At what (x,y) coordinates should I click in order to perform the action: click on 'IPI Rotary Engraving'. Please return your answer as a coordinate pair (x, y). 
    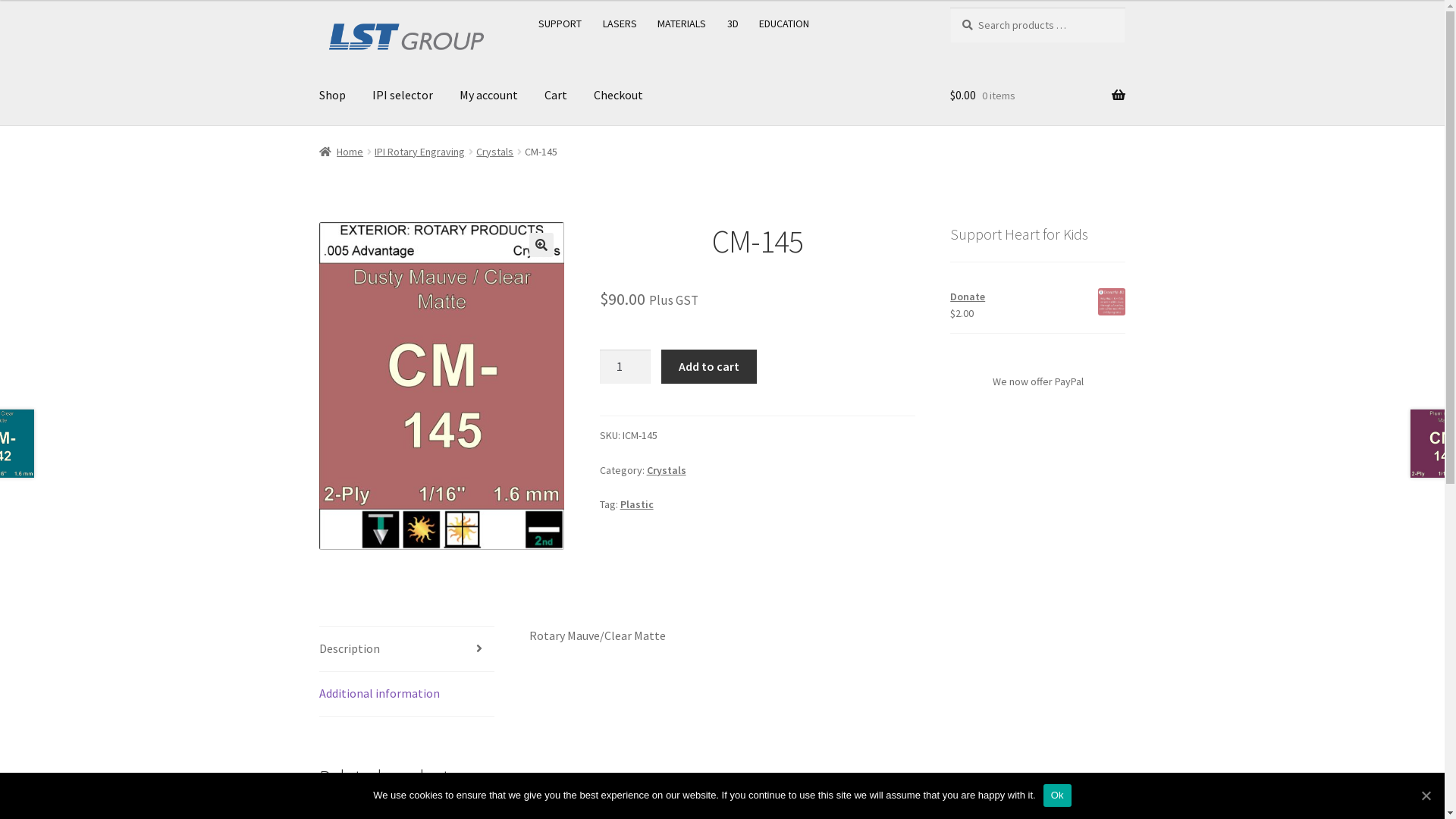
    Looking at the image, I should click on (419, 152).